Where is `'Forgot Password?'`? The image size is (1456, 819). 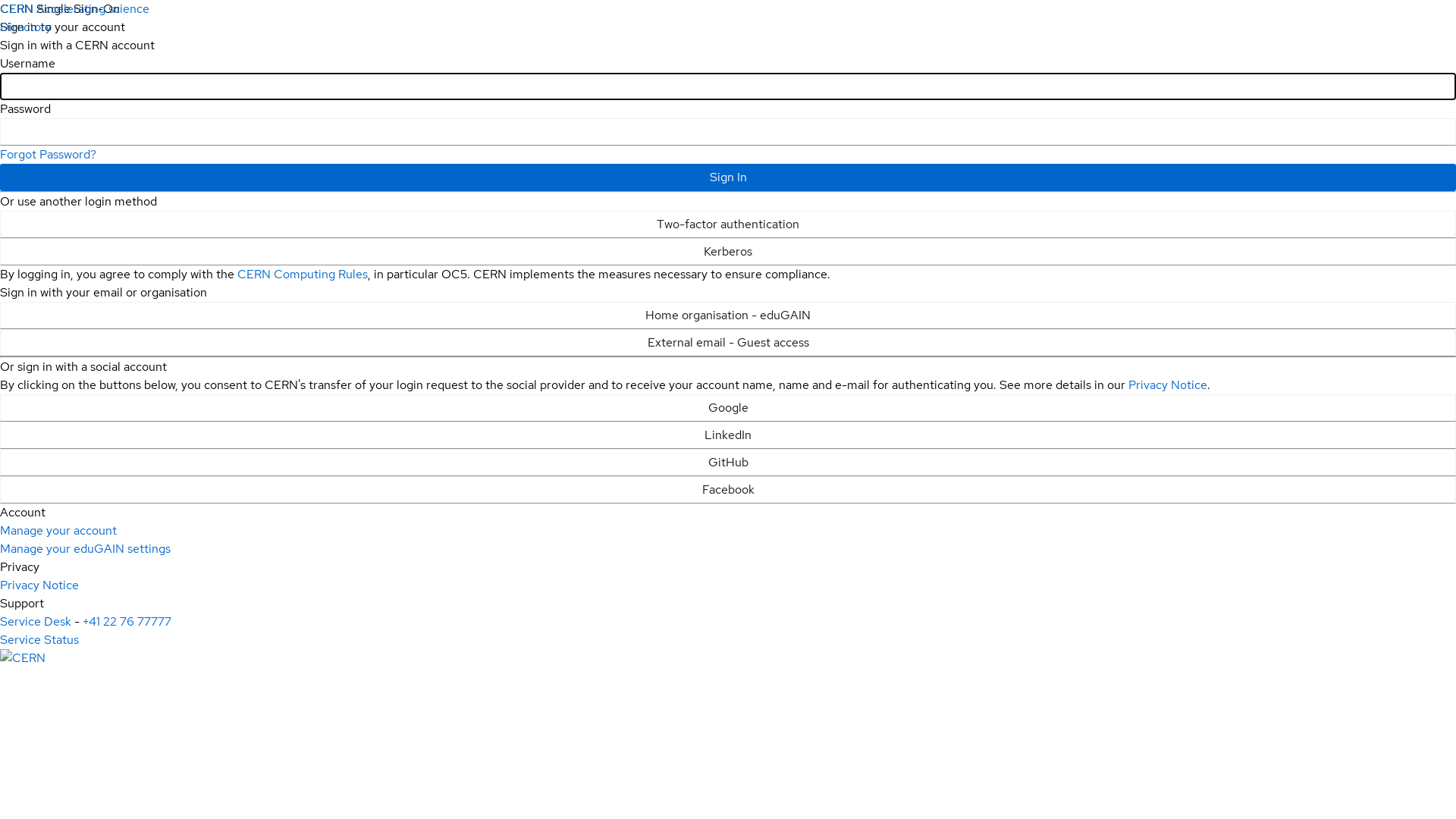
'Forgot Password?' is located at coordinates (48, 154).